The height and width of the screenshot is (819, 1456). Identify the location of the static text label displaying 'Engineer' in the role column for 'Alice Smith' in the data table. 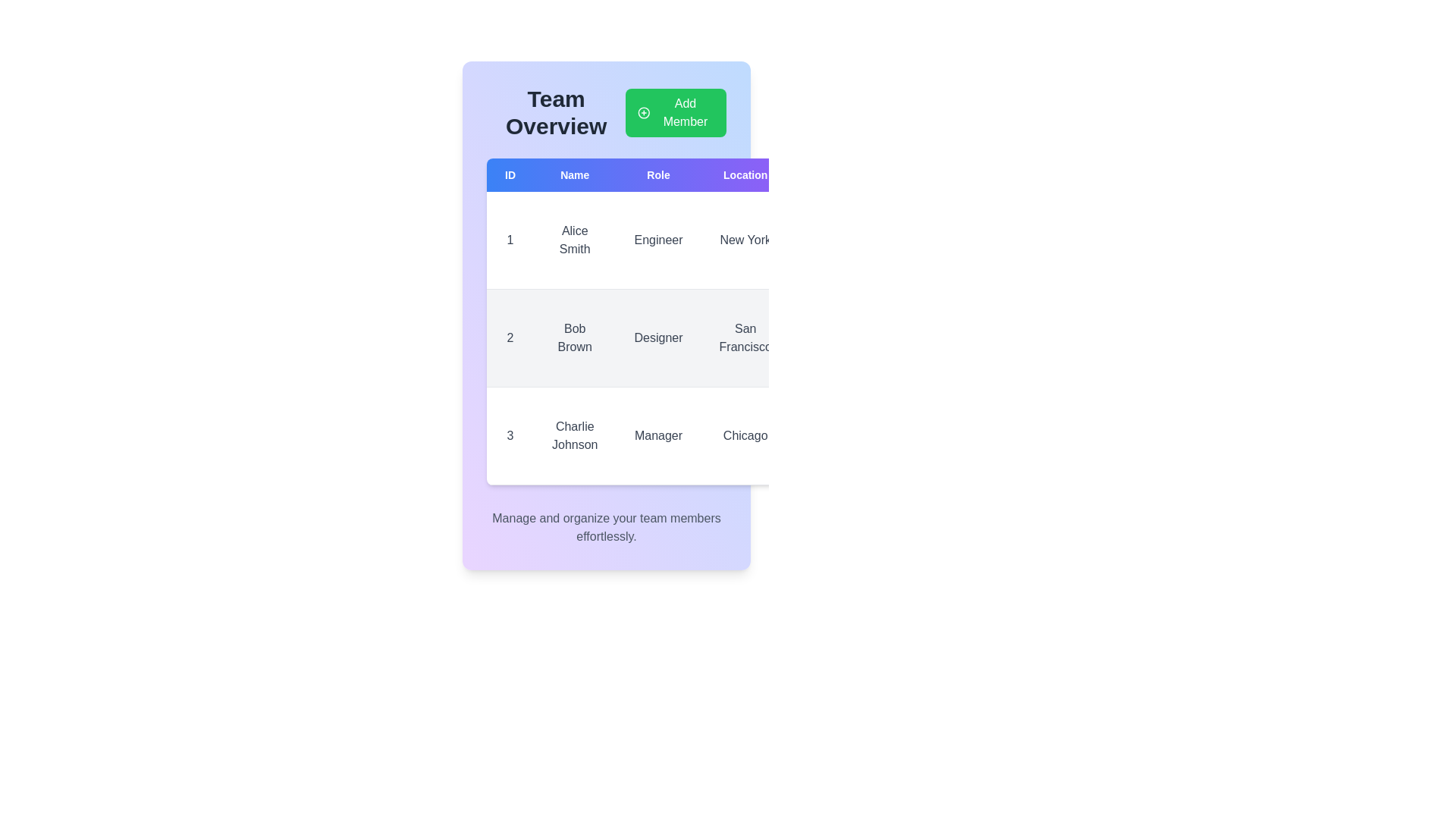
(658, 240).